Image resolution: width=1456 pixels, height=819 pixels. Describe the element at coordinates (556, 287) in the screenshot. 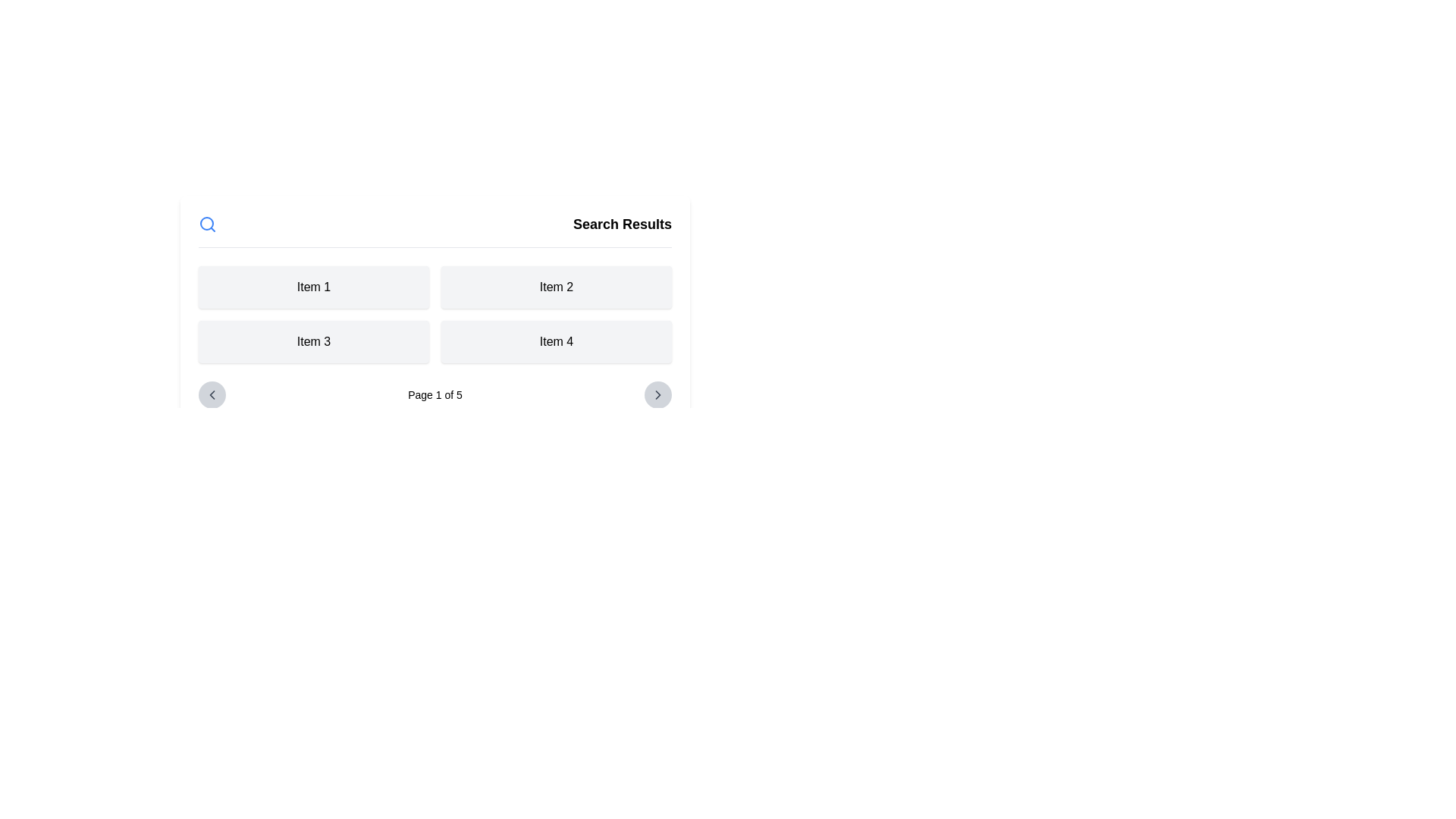

I see `the informational card displaying the text 'Item 2', located in the upper-right quadrant of the grid layout` at that location.